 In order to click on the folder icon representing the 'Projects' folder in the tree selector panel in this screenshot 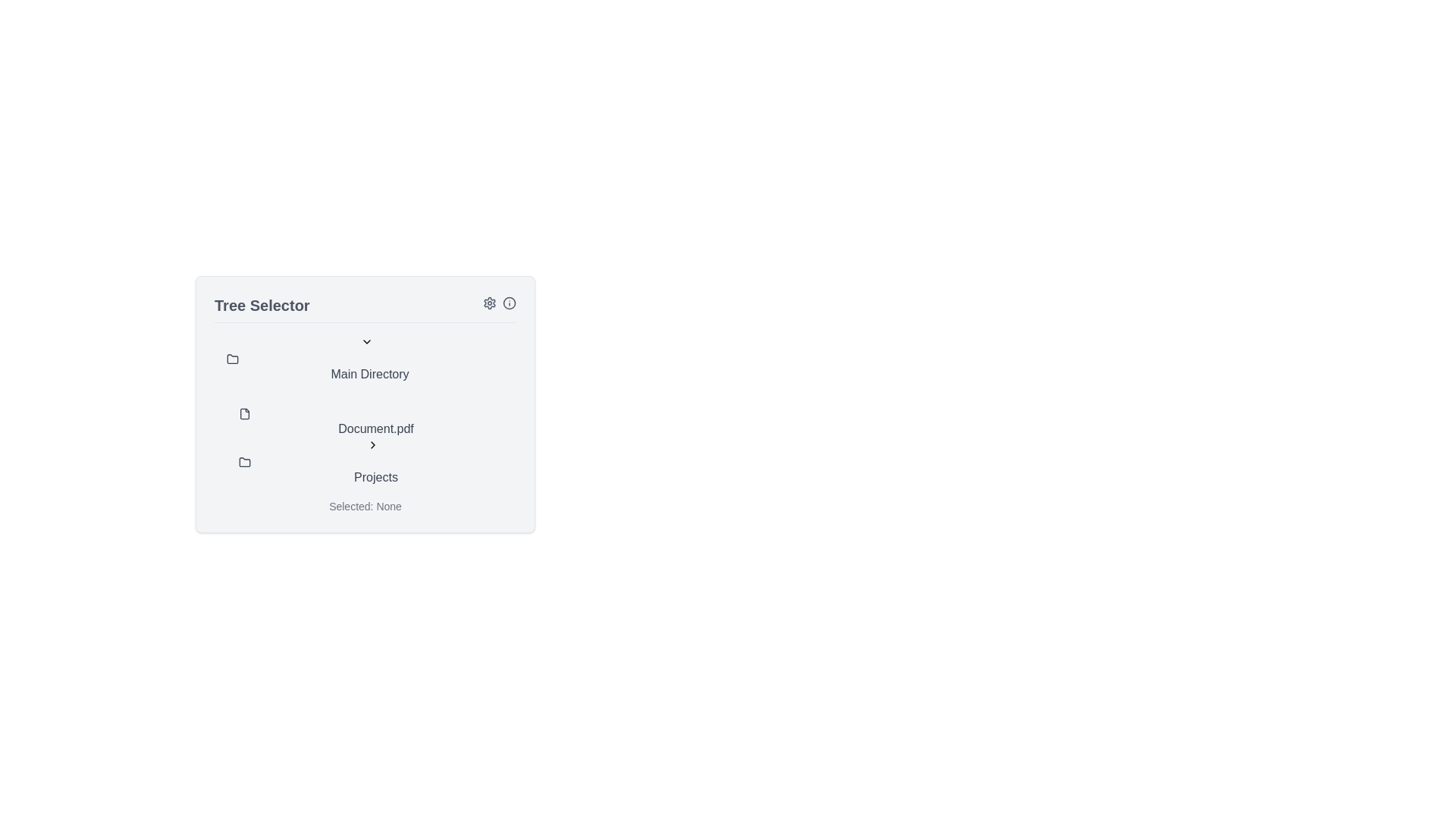, I will do `click(244, 461)`.